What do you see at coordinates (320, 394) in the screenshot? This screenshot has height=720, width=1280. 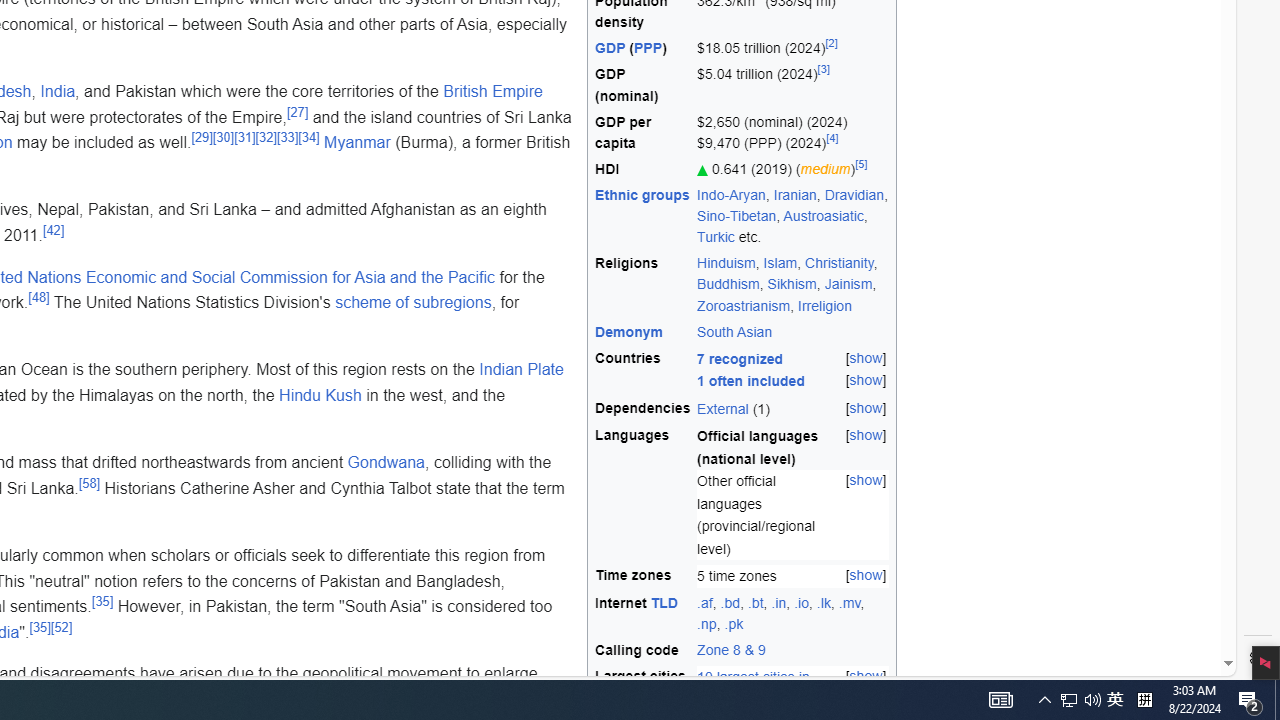 I see `'Hindu Kush'` at bounding box center [320, 394].